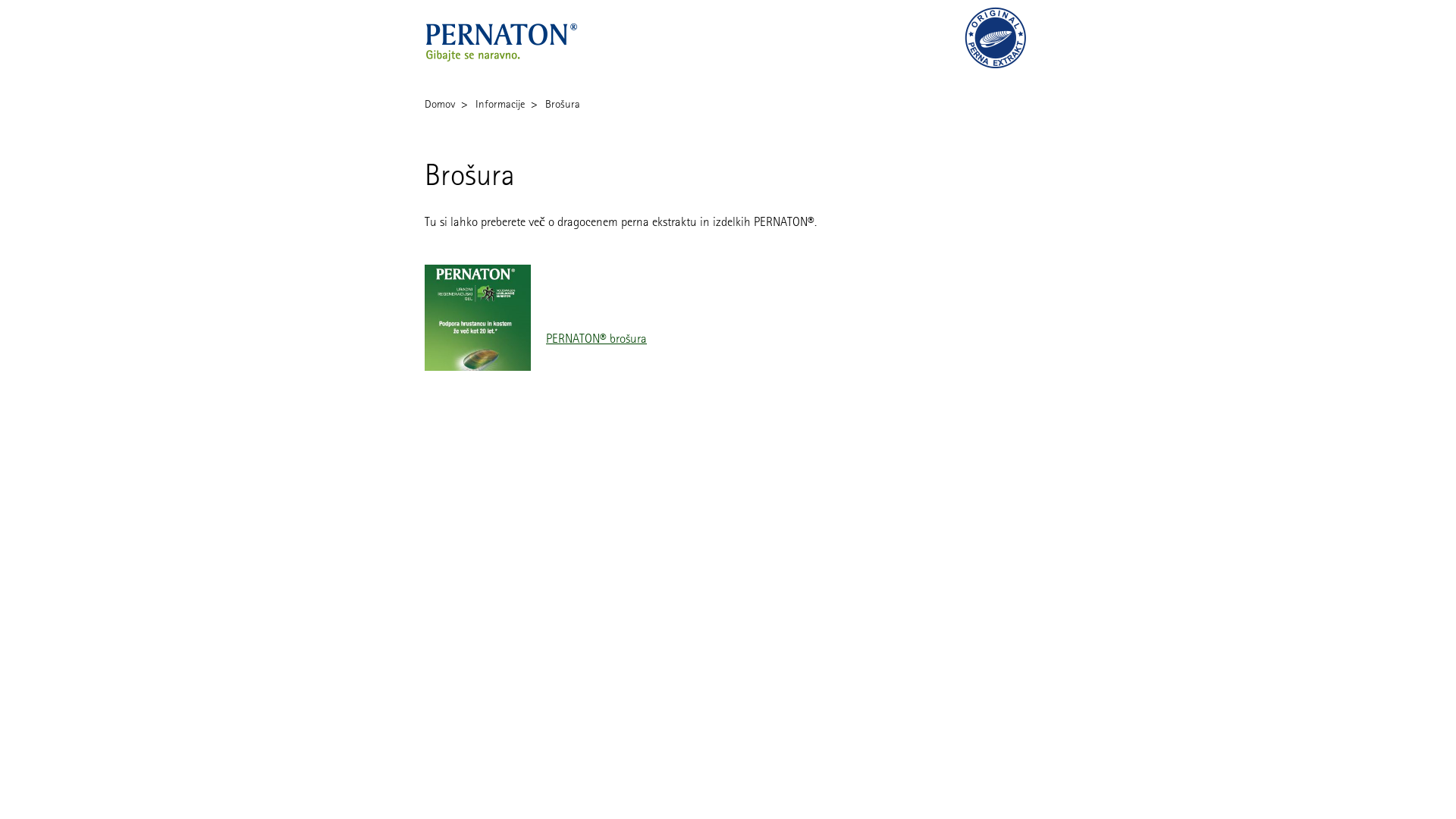  I want to click on 'Pernaton', so click(510, 37).